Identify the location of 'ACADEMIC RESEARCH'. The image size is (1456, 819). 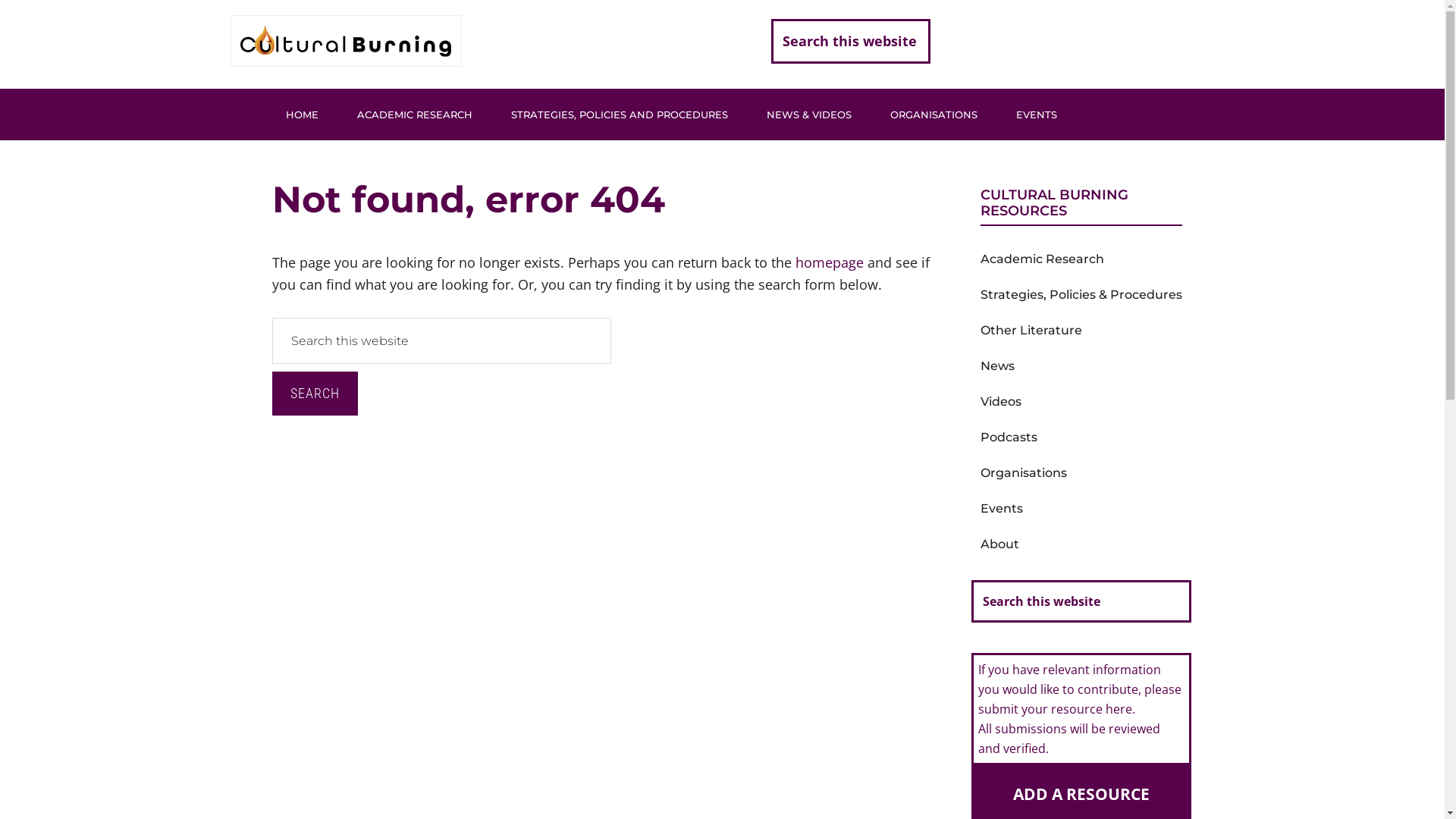
(356, 109).